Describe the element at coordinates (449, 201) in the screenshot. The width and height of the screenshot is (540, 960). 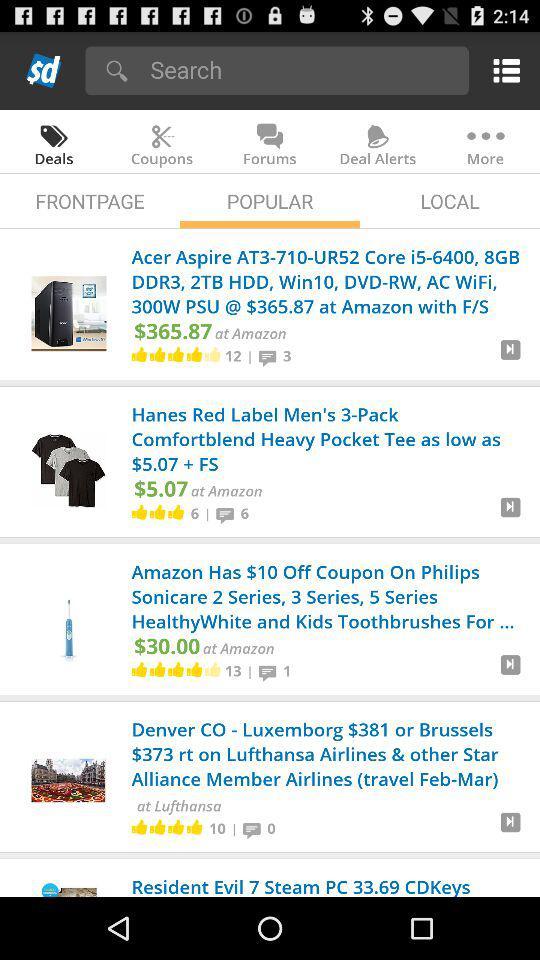
I see `app next to the popular item` at that location.